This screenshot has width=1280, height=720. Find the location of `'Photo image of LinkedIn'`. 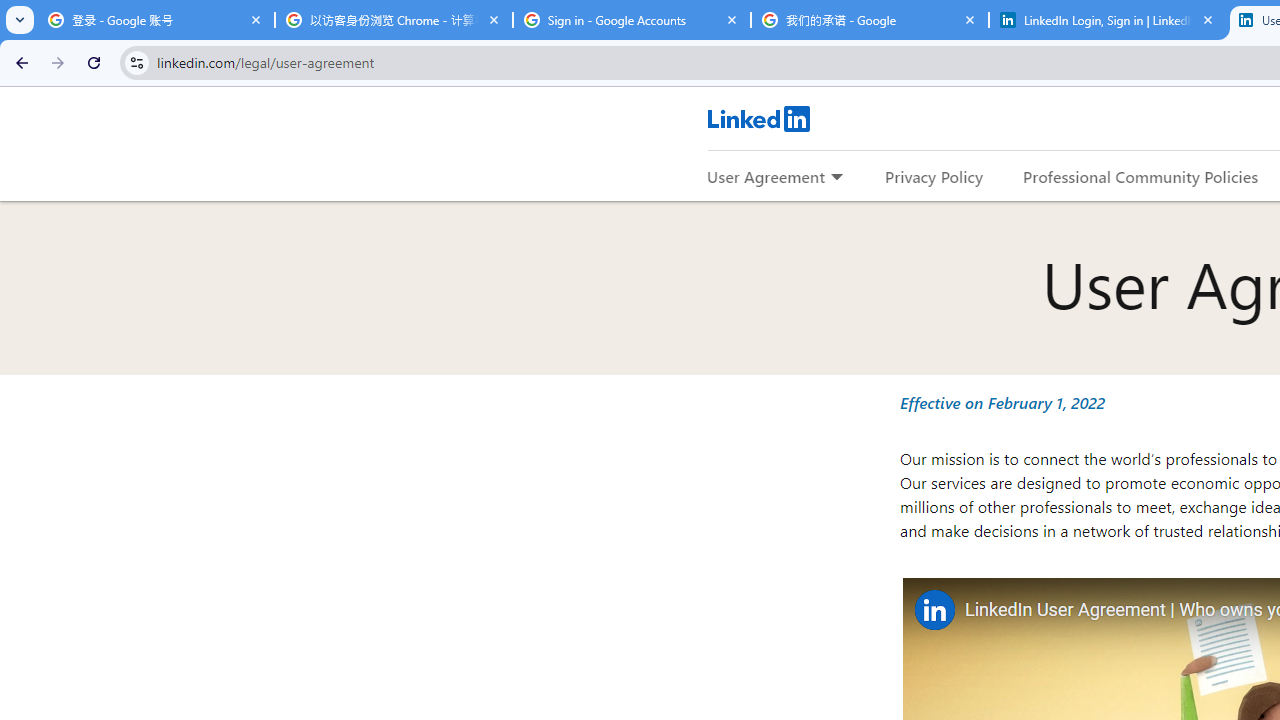

'Photo image of LinkedIn' is located at coordinates (933, 608).